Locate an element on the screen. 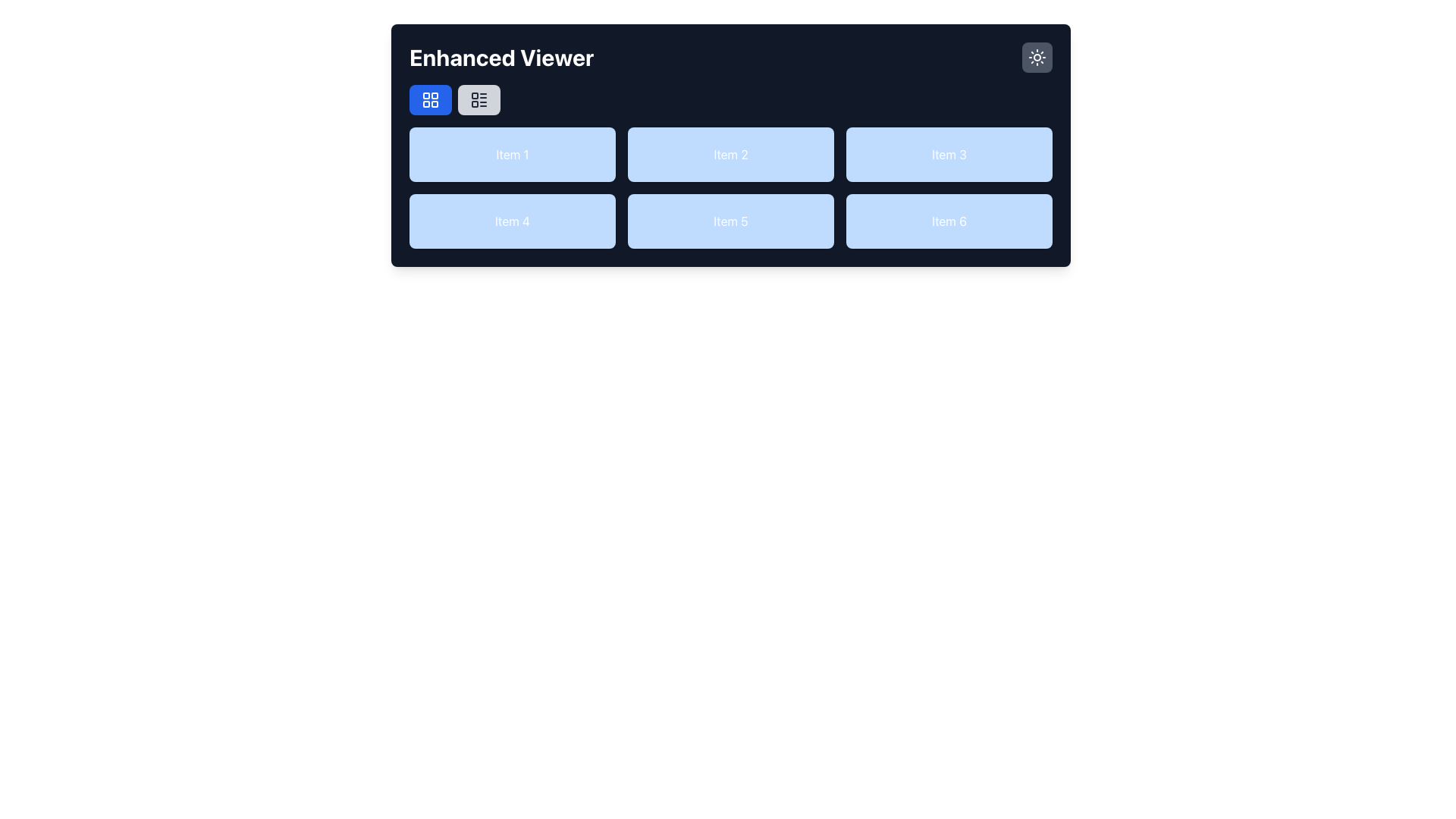 Image resolution: width=1456 pixels, height=819 pixels. the static label displaying 'Item 6' which is located in the lower-right corner of the grid layout, specifically the third column of the second row is located at coordinates (949, 221).